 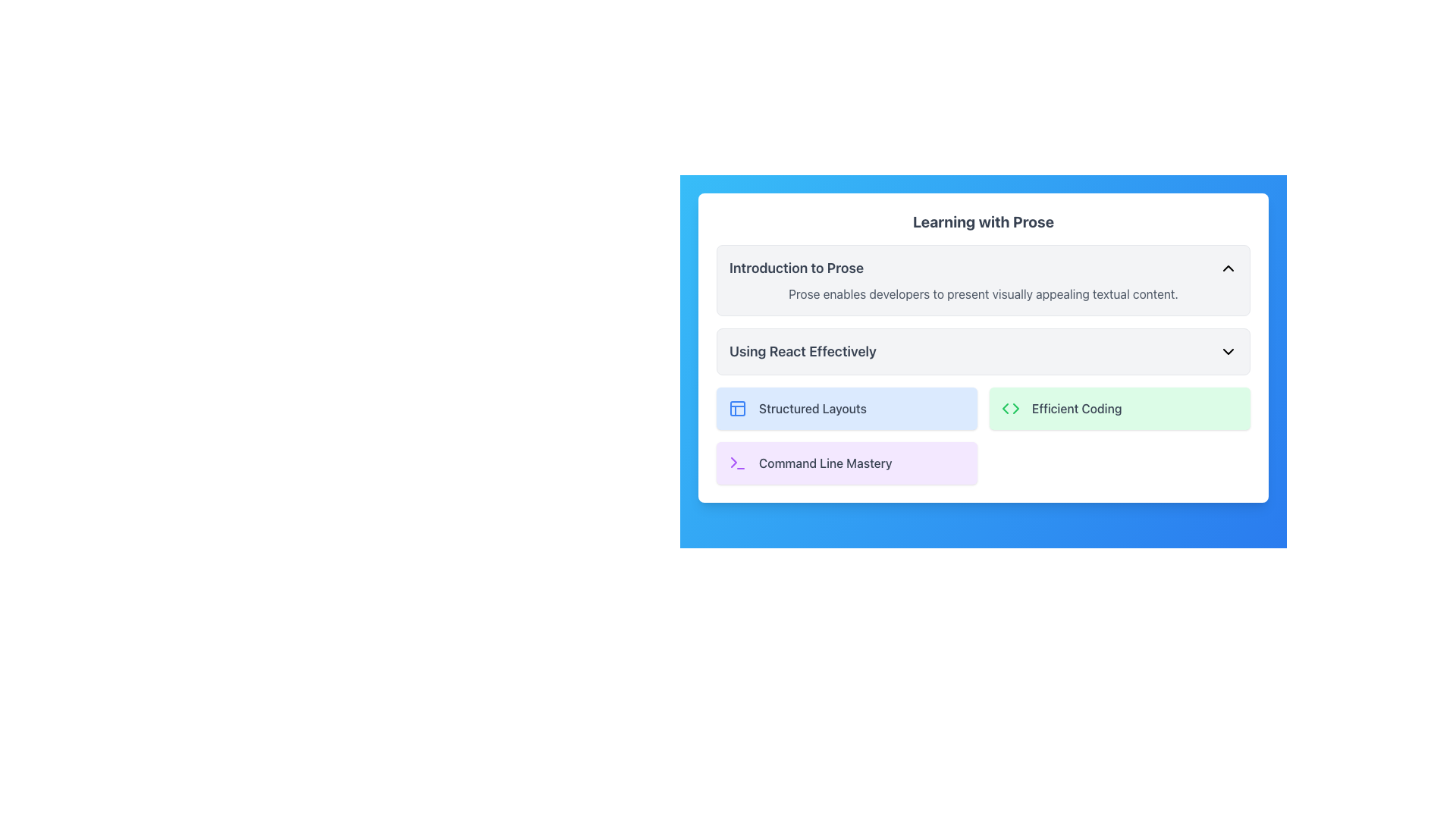 What do you see at coordinates (1011, 408) in the screenshot?
I see `the coding icon located` at bounding box center [1011, 408].